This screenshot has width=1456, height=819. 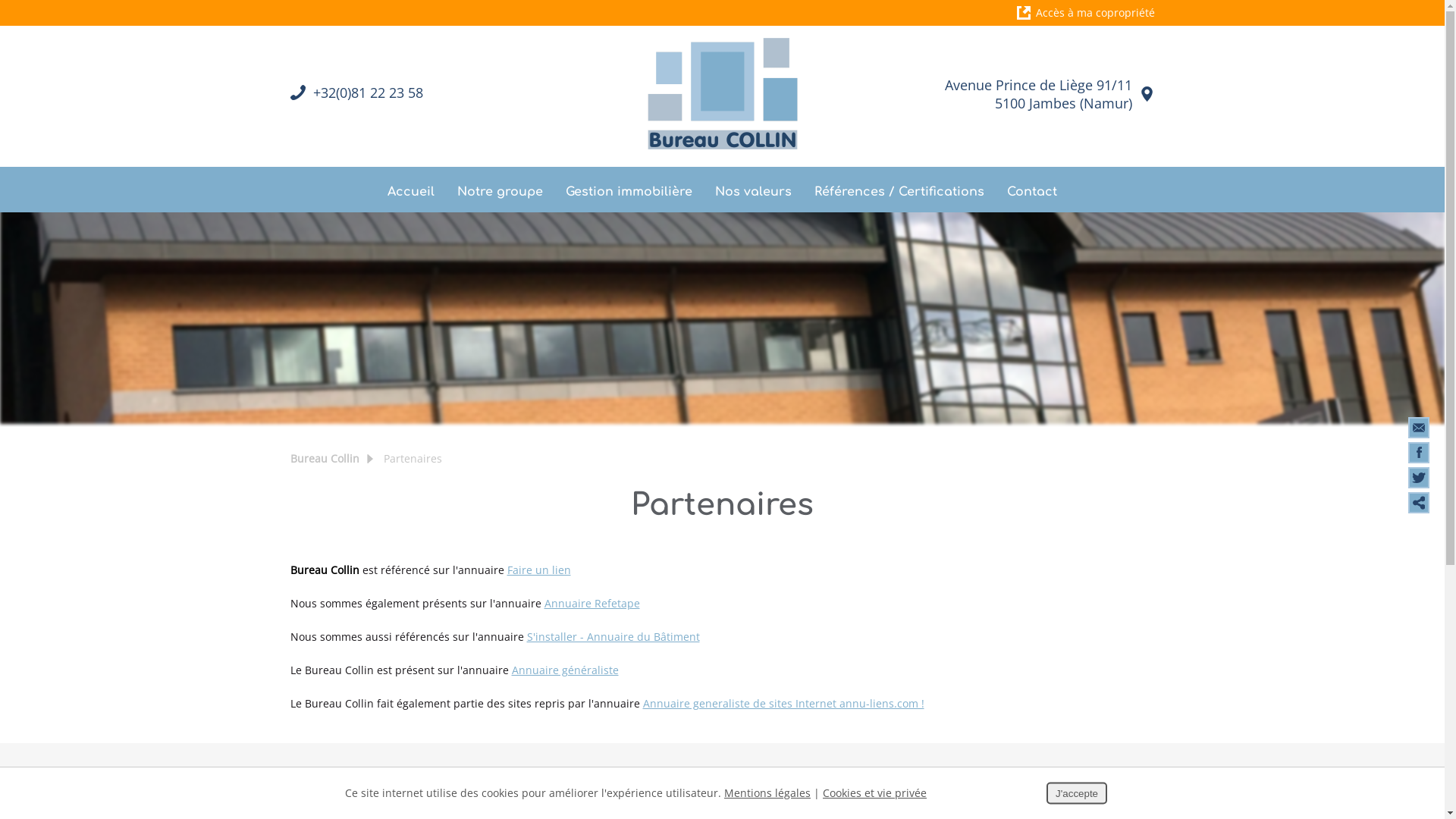 I want to click on 'Annuaire generaliste de sites Internet annu-liens.com !', so click(x=783, y=703).